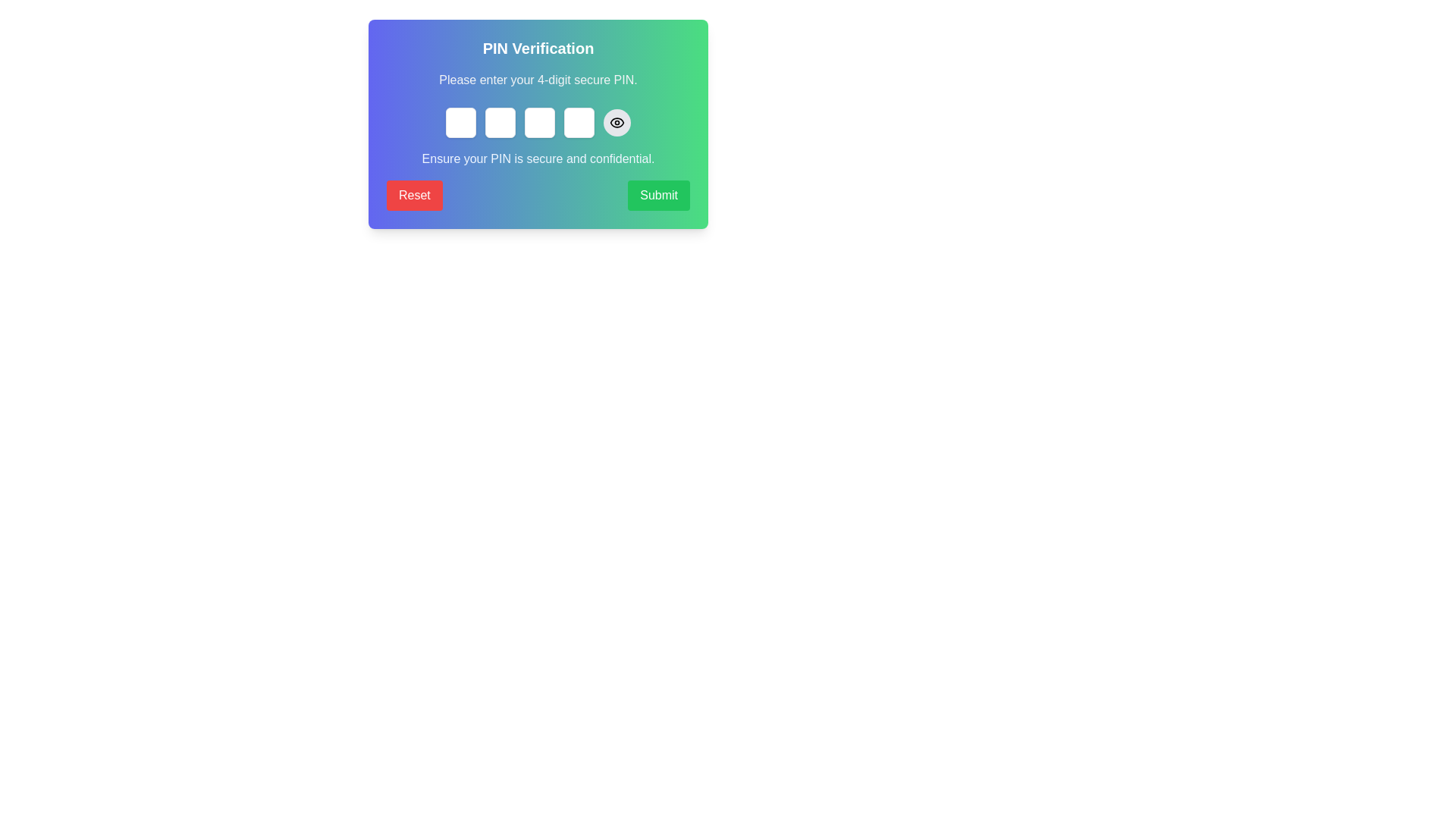 Image resolution: width=1456 pixels, height=819 pixels. Describe the element at coordinates (460, 122) in the screenshot. I see `the first Password input field used for entering a secure PIN code to focus on it` at that location.